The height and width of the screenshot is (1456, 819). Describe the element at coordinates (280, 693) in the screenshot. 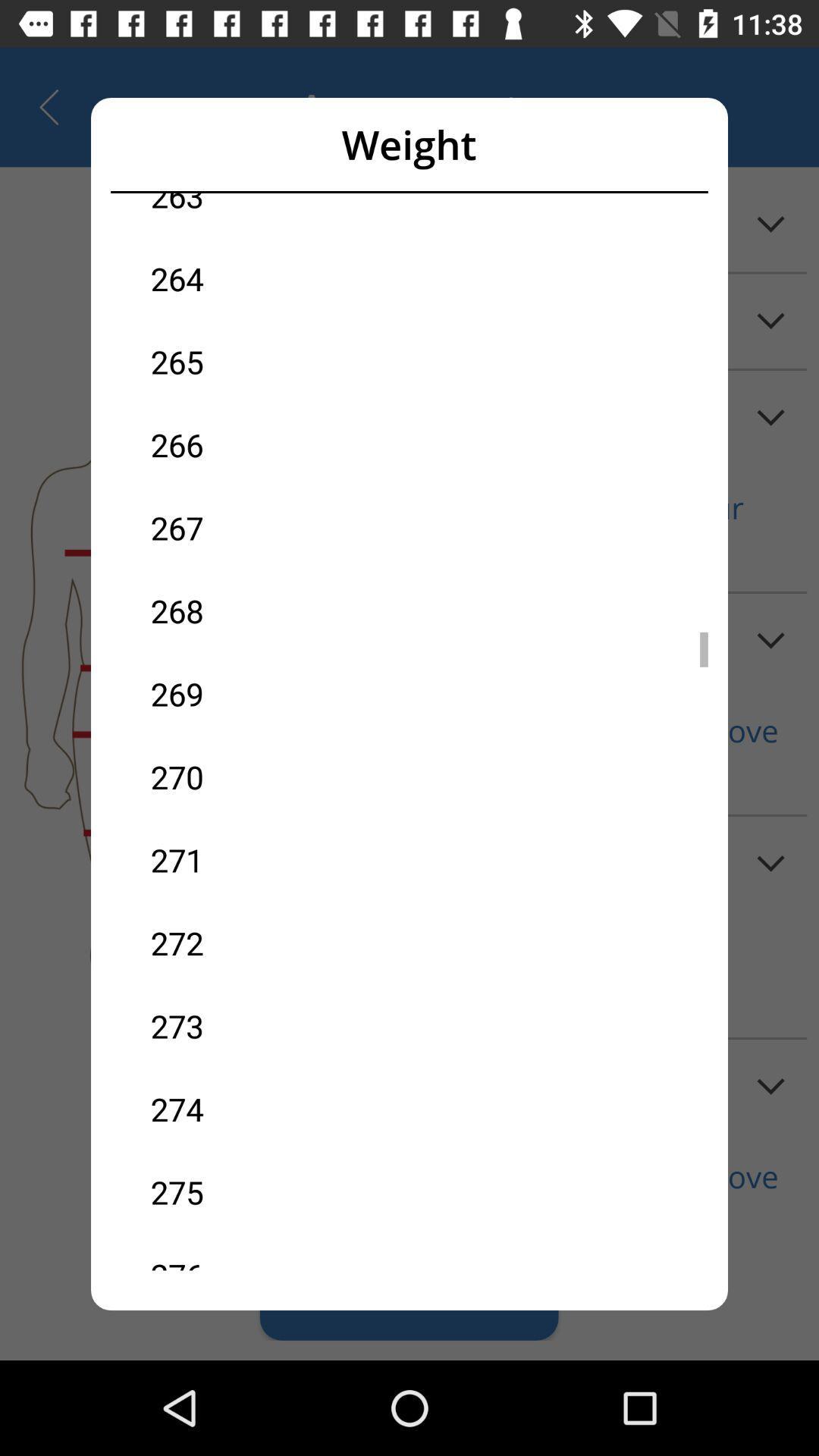

I see `the 269` at that location.